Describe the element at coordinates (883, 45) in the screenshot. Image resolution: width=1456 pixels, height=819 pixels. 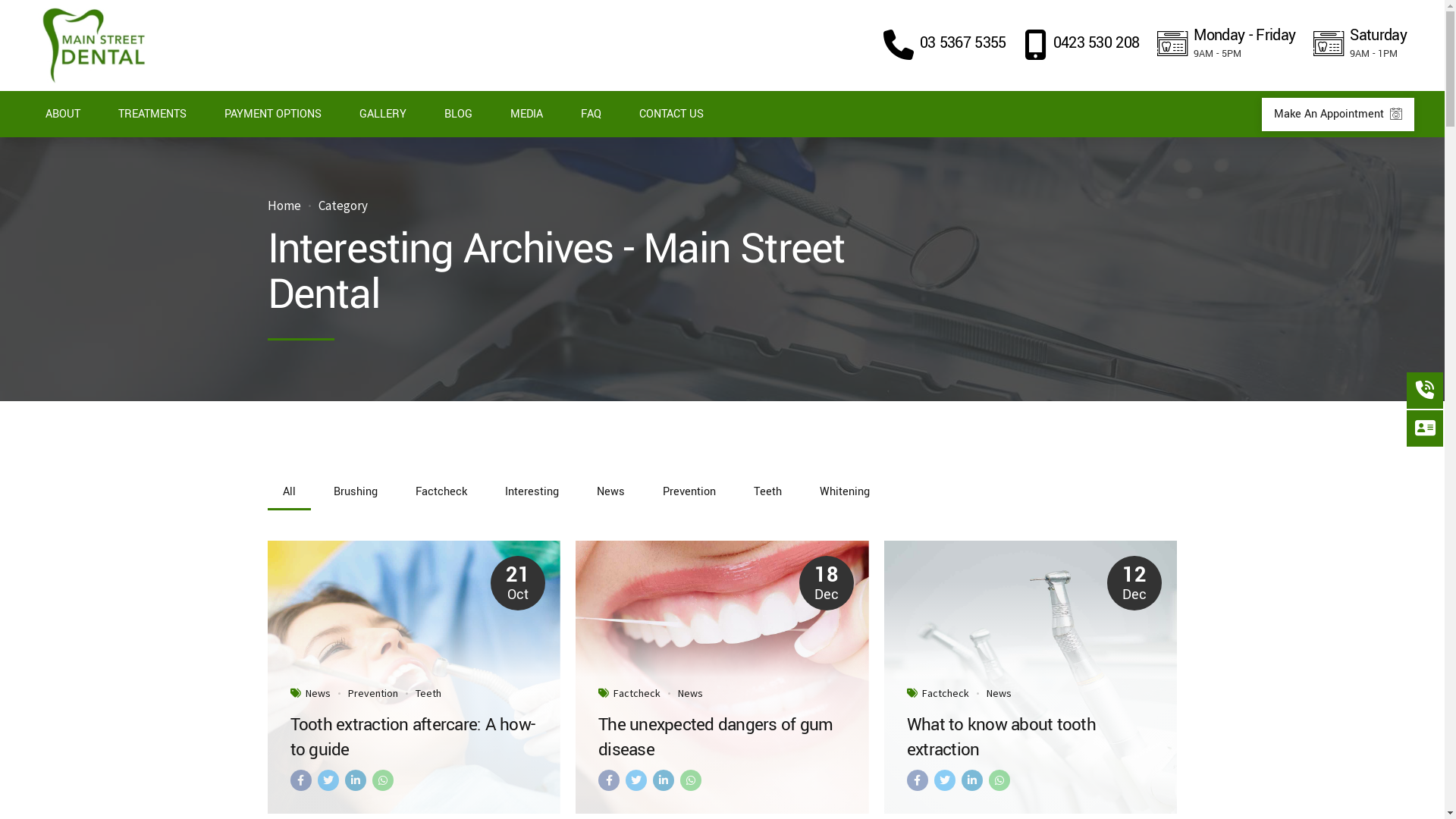
I see `'03 5367 5355'` at that location.